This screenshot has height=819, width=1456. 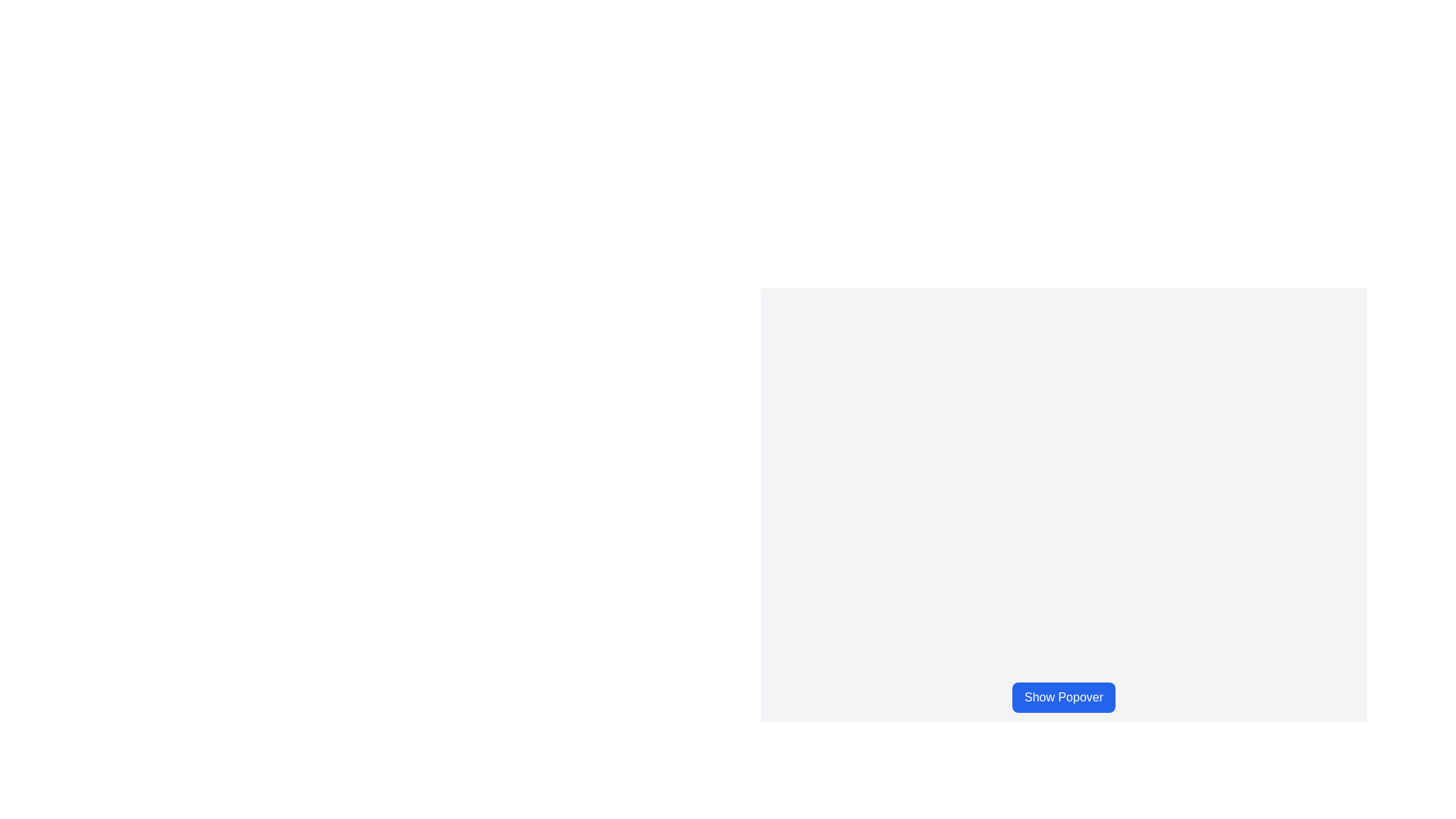 I want to click on the button located at the bottom center of its section, so click(x=1062, y=698).